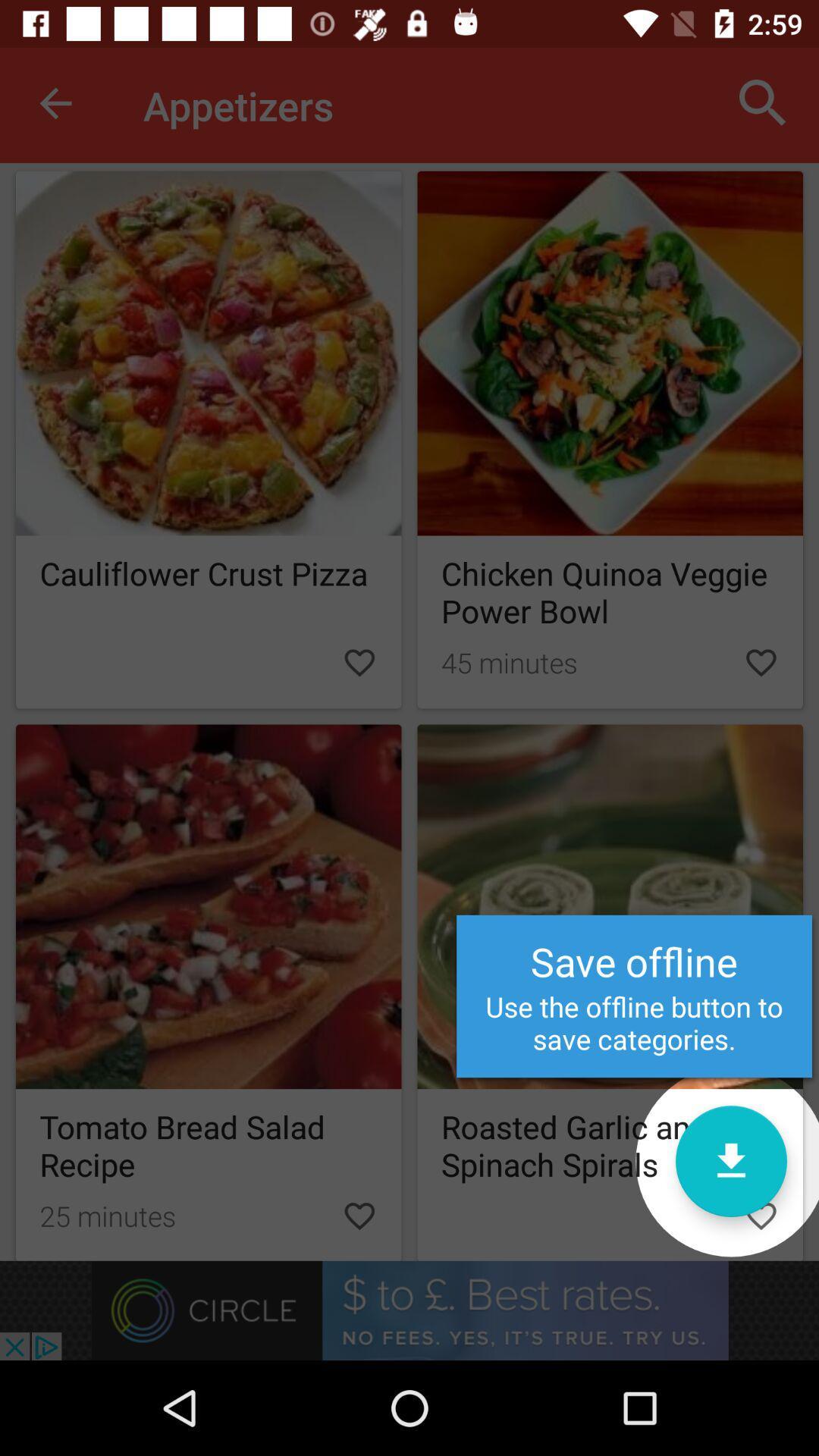 The image size is (819, 1456). I want to click on the file_download icon, so click(730, 1160).